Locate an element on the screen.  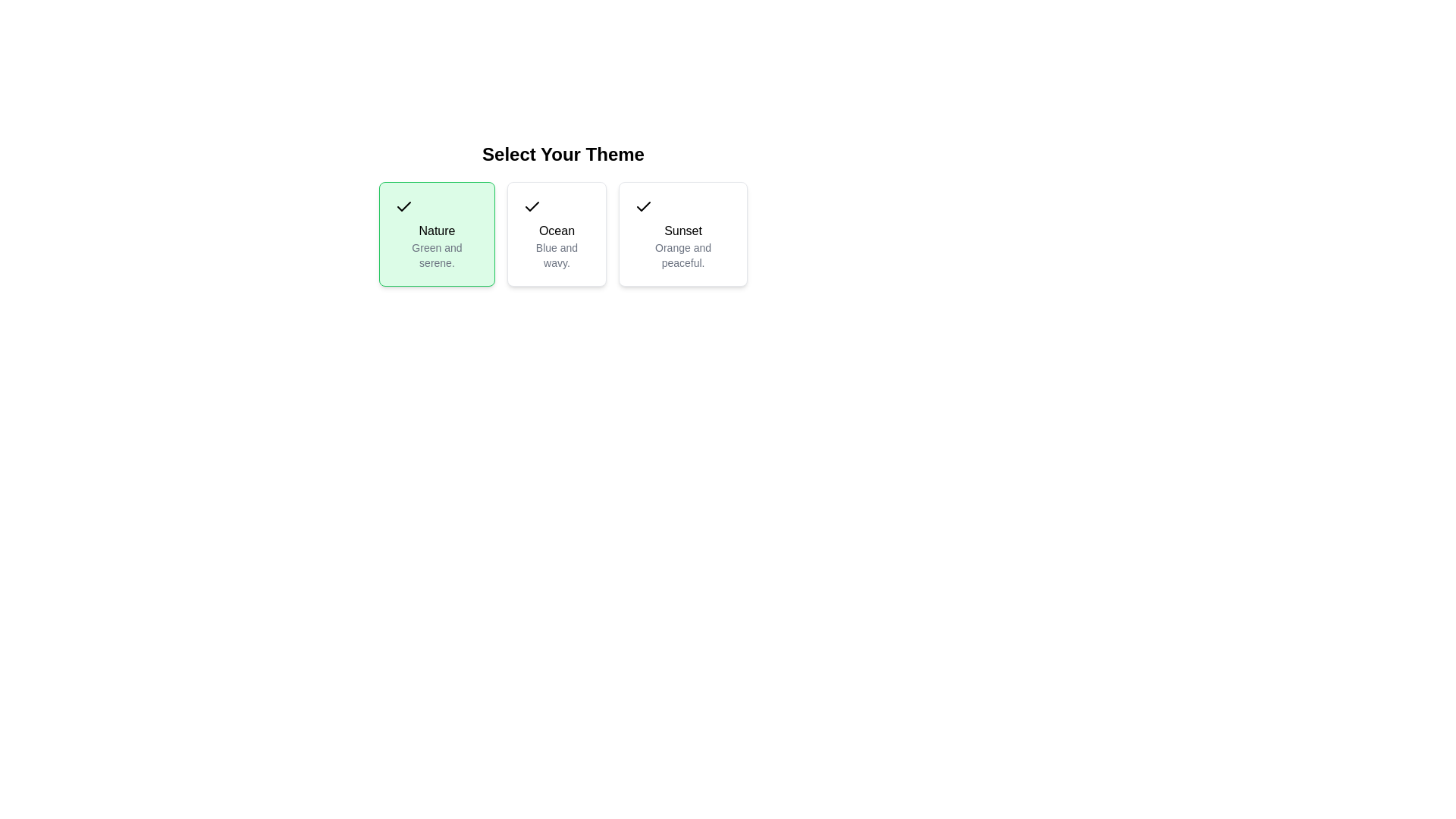
the text element displaying 'Sunset', which is located in the third card of a horizontal row of cards is located at coordinates (682, 231).